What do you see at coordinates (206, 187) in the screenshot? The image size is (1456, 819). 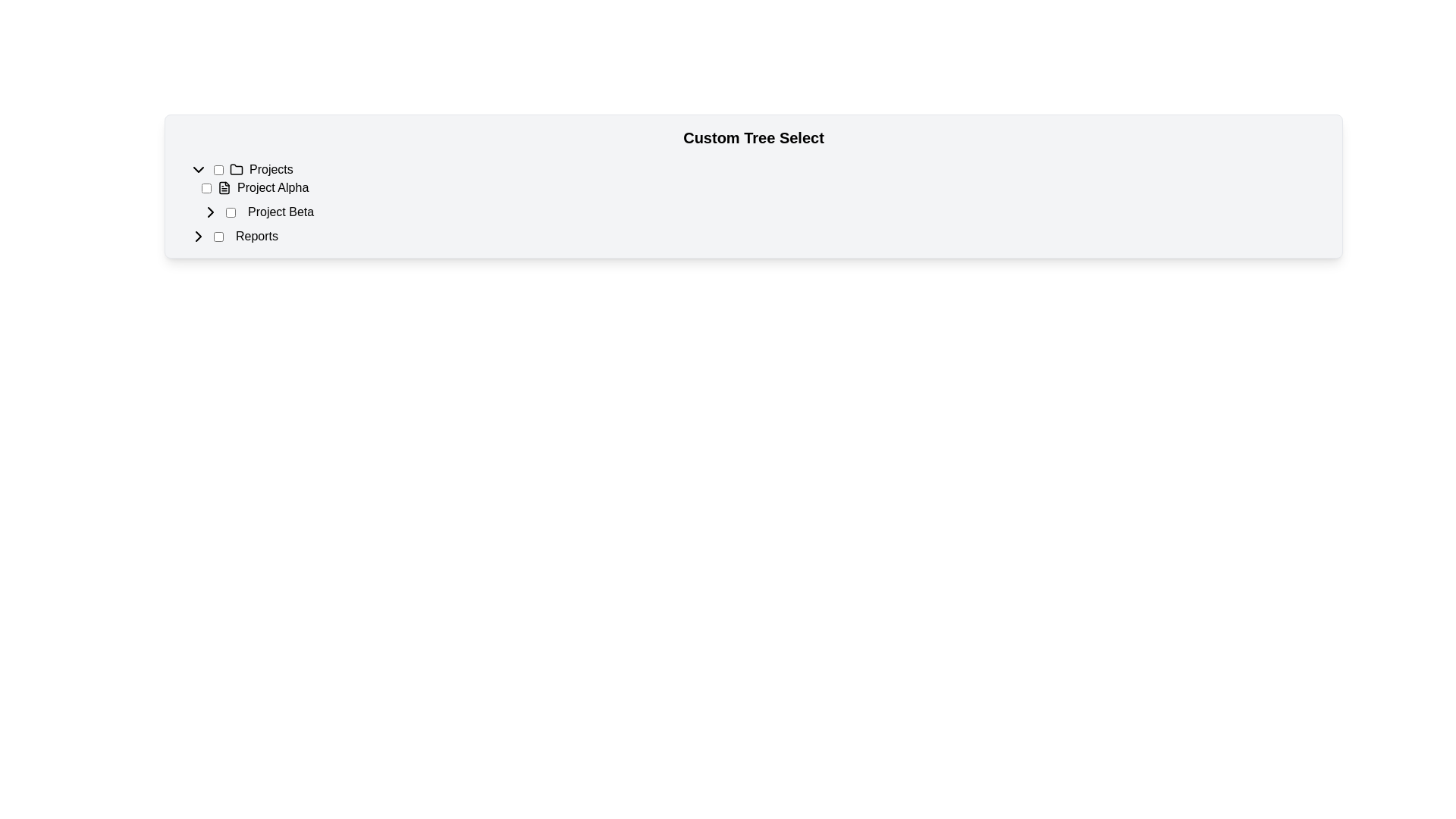 I see `the checkbox associated with the label 'Project Alpha'` at bounding box center [206, 187].